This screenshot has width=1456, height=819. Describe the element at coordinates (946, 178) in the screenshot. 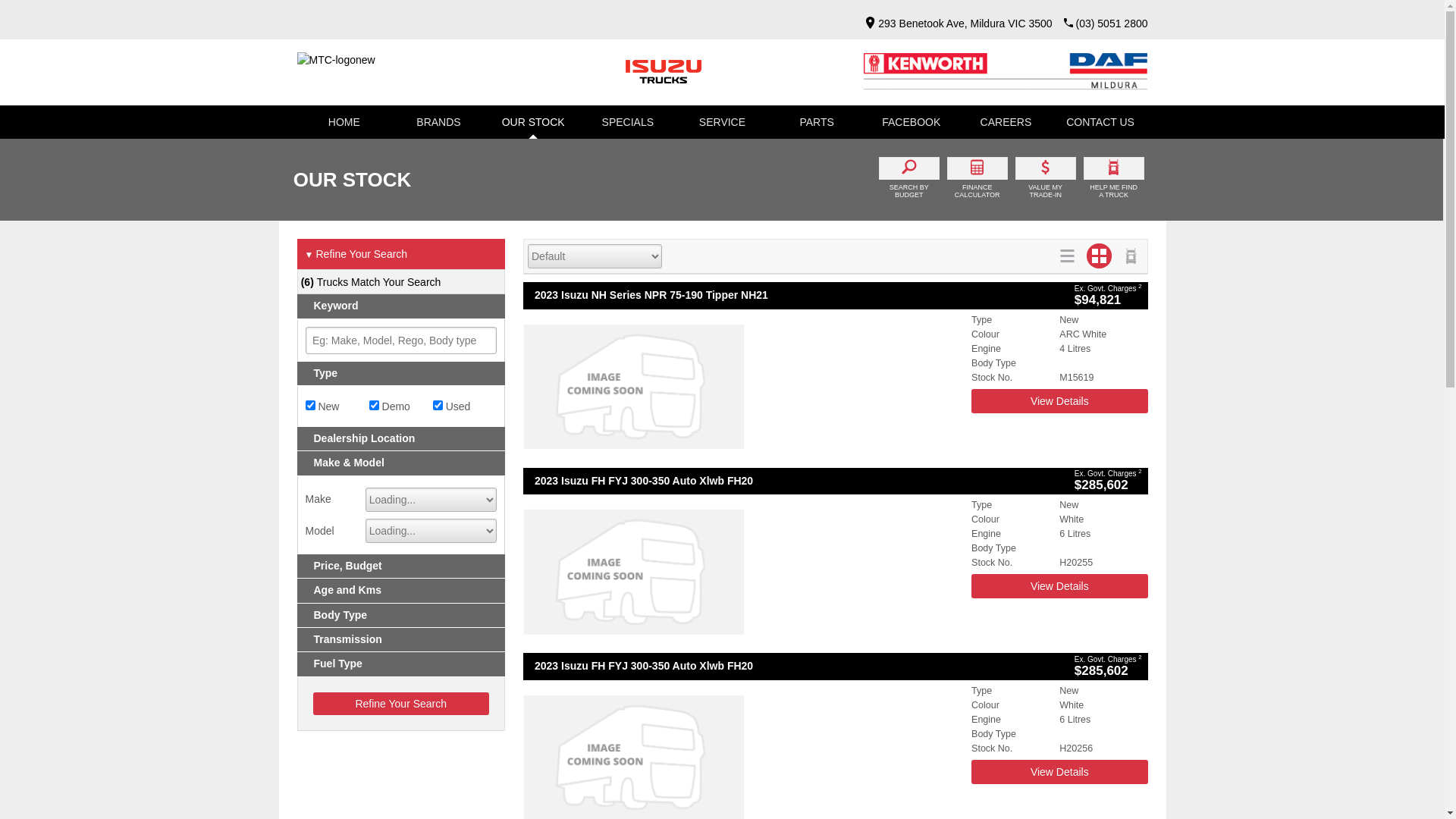

I see `'FINANCE CALCULATOR'` at that location.